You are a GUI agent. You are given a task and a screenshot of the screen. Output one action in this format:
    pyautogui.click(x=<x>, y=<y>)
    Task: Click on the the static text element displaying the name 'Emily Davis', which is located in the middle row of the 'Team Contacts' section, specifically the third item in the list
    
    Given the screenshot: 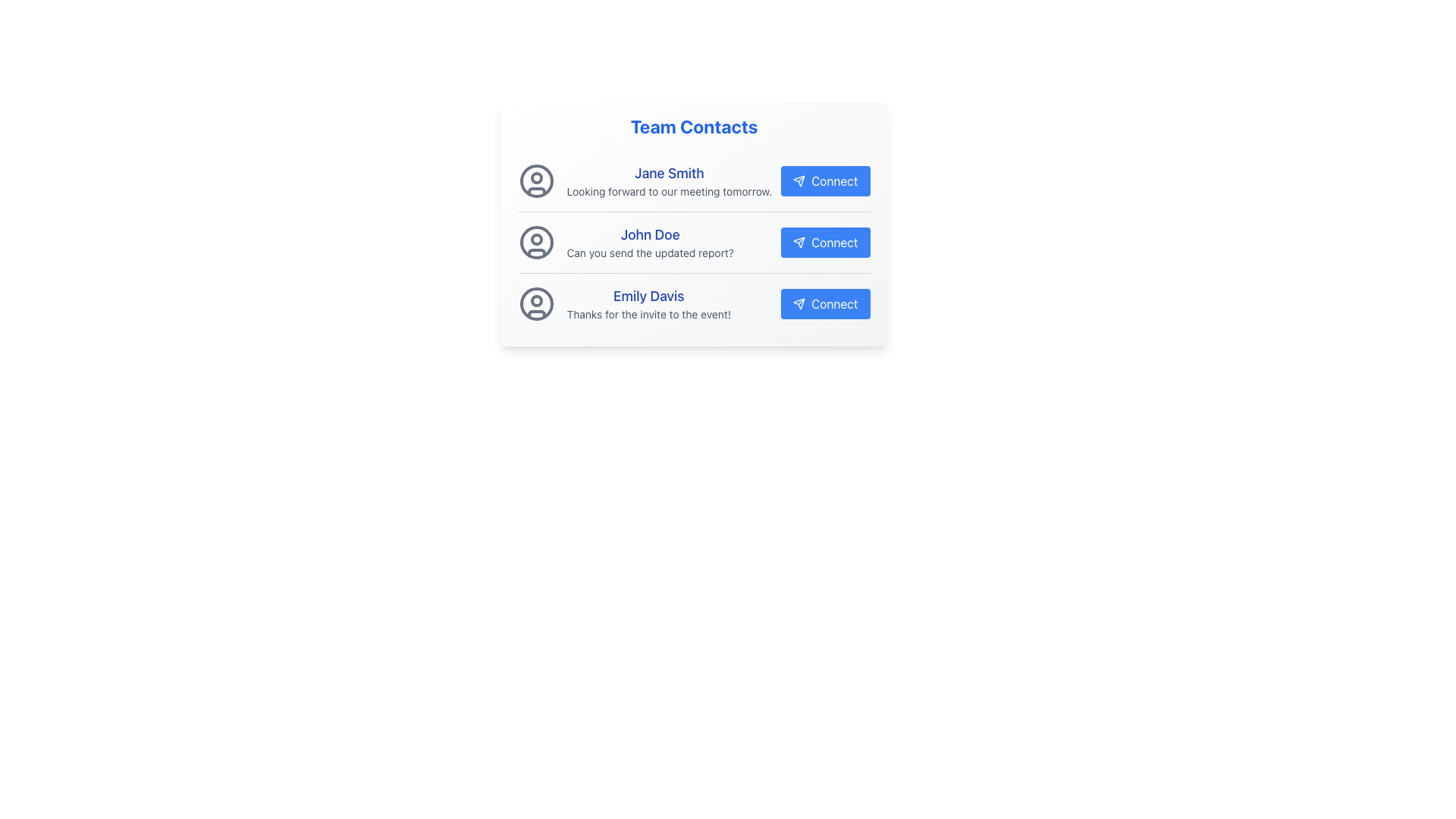 What is the action you would take?
    pyautogui.click(x=648, y=296)
    